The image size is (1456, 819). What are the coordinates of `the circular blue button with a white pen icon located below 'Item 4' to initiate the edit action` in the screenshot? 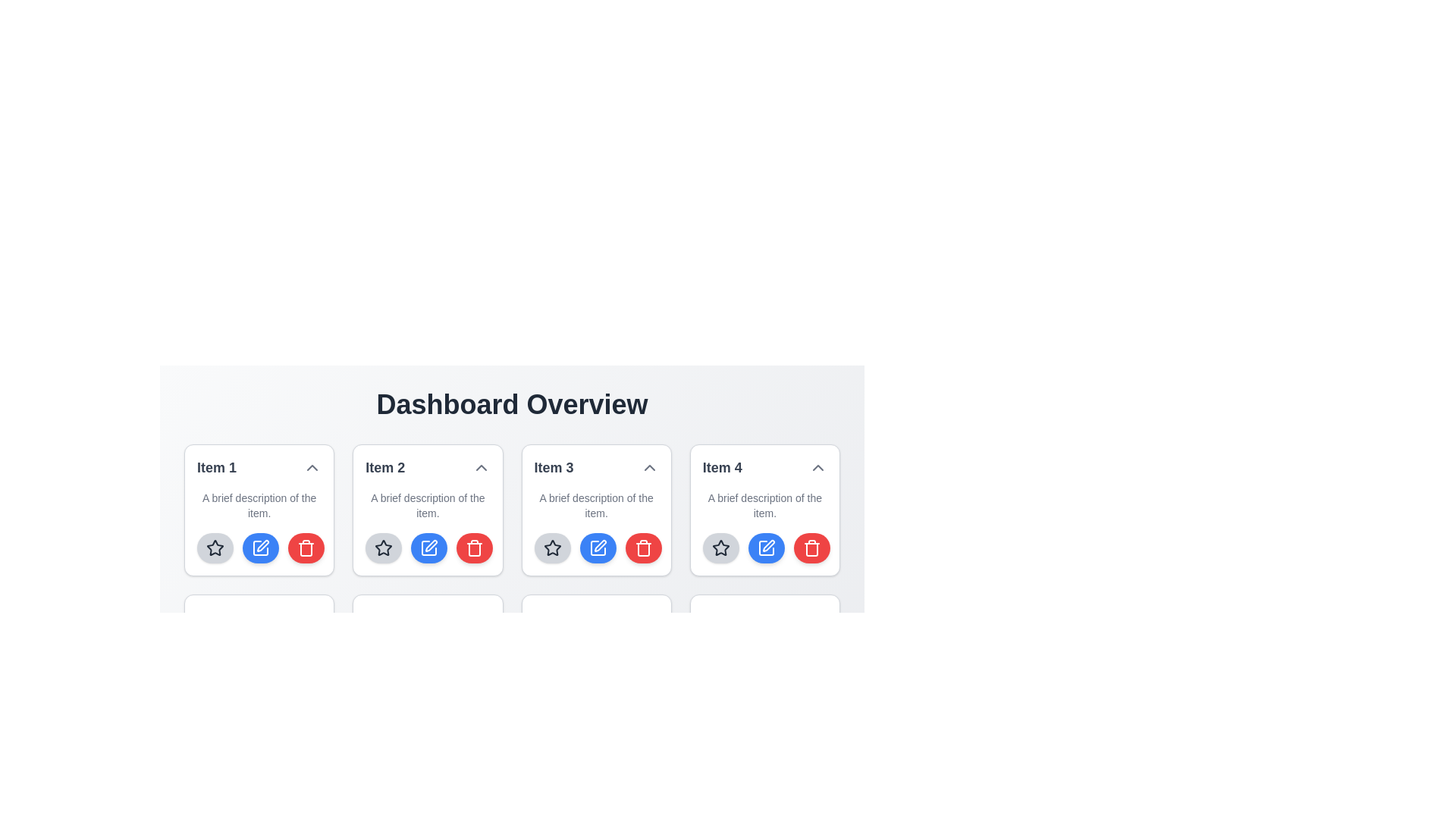 It's located at (764, 548).